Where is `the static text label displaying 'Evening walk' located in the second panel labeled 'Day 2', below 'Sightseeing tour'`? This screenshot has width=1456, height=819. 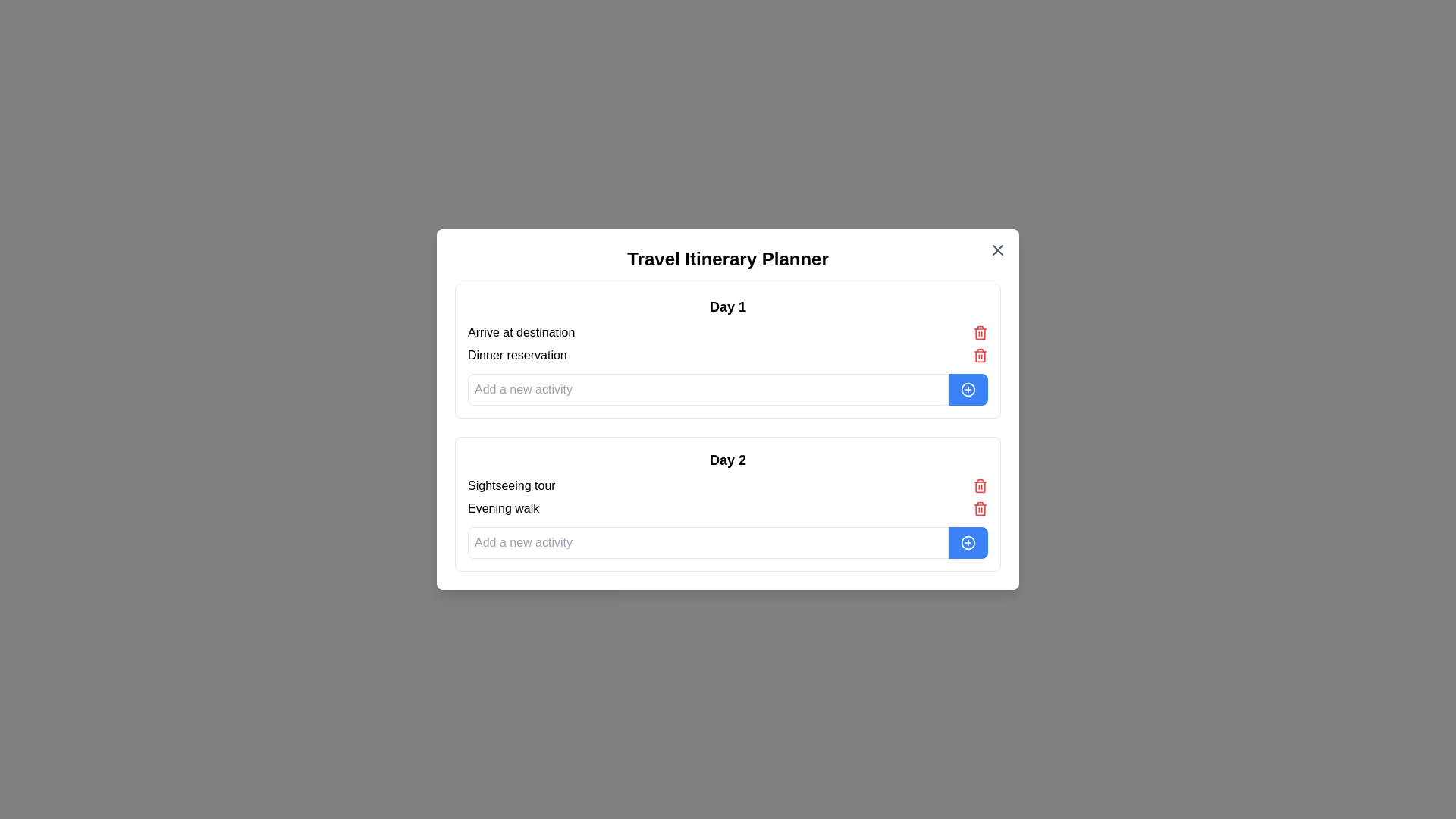 the static text label displaying 'Evening walk' located in the second panel labeled 'Day 2', below 'Sightseeing tour' is located at coordinates (504, 509).